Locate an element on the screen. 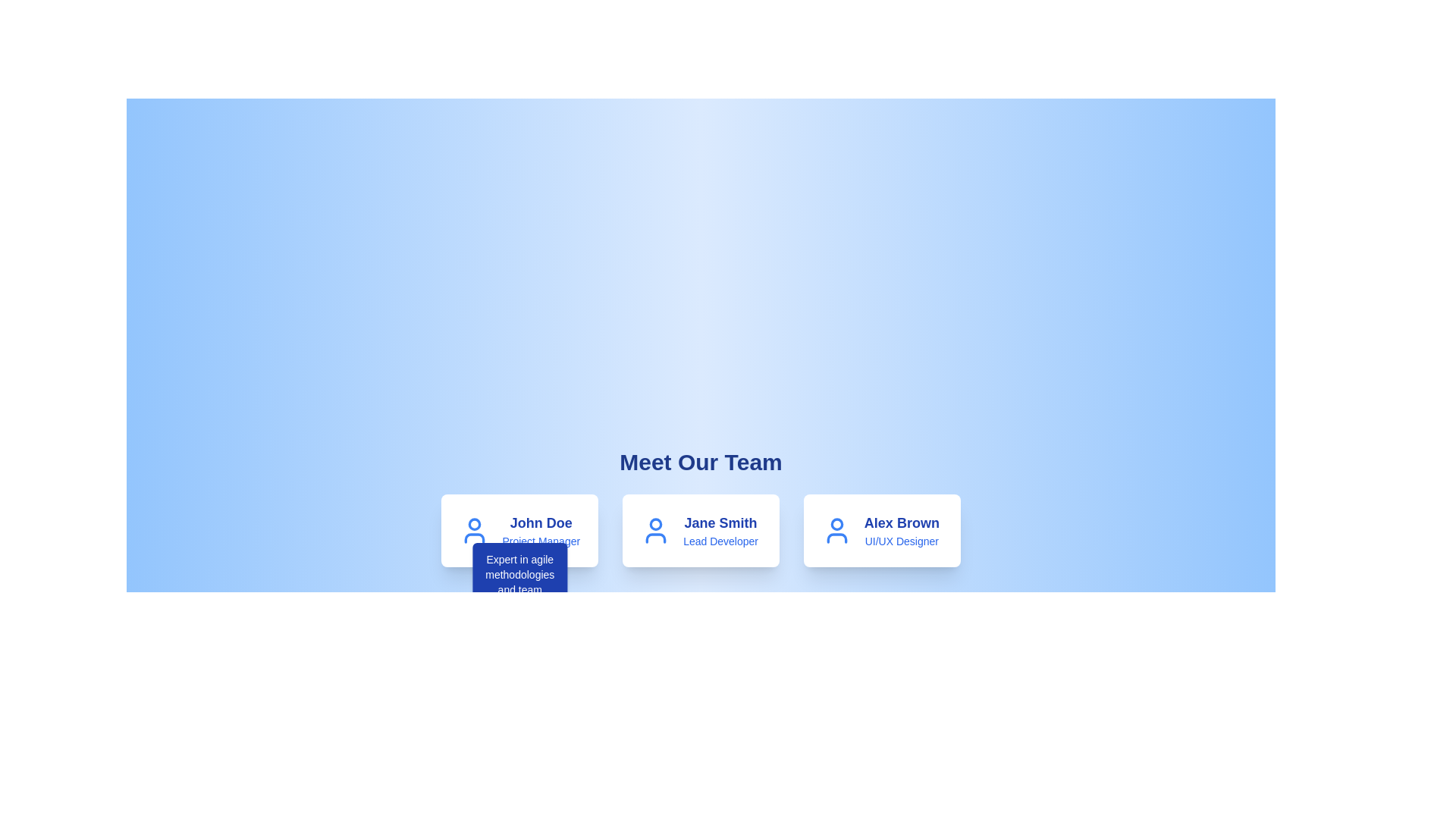  static text element that displays 'John Doe', which is styled in a larger bold font and dark blue color, located in the first card of the 'Meet Our Team' section is located at coordinates (541, 522).